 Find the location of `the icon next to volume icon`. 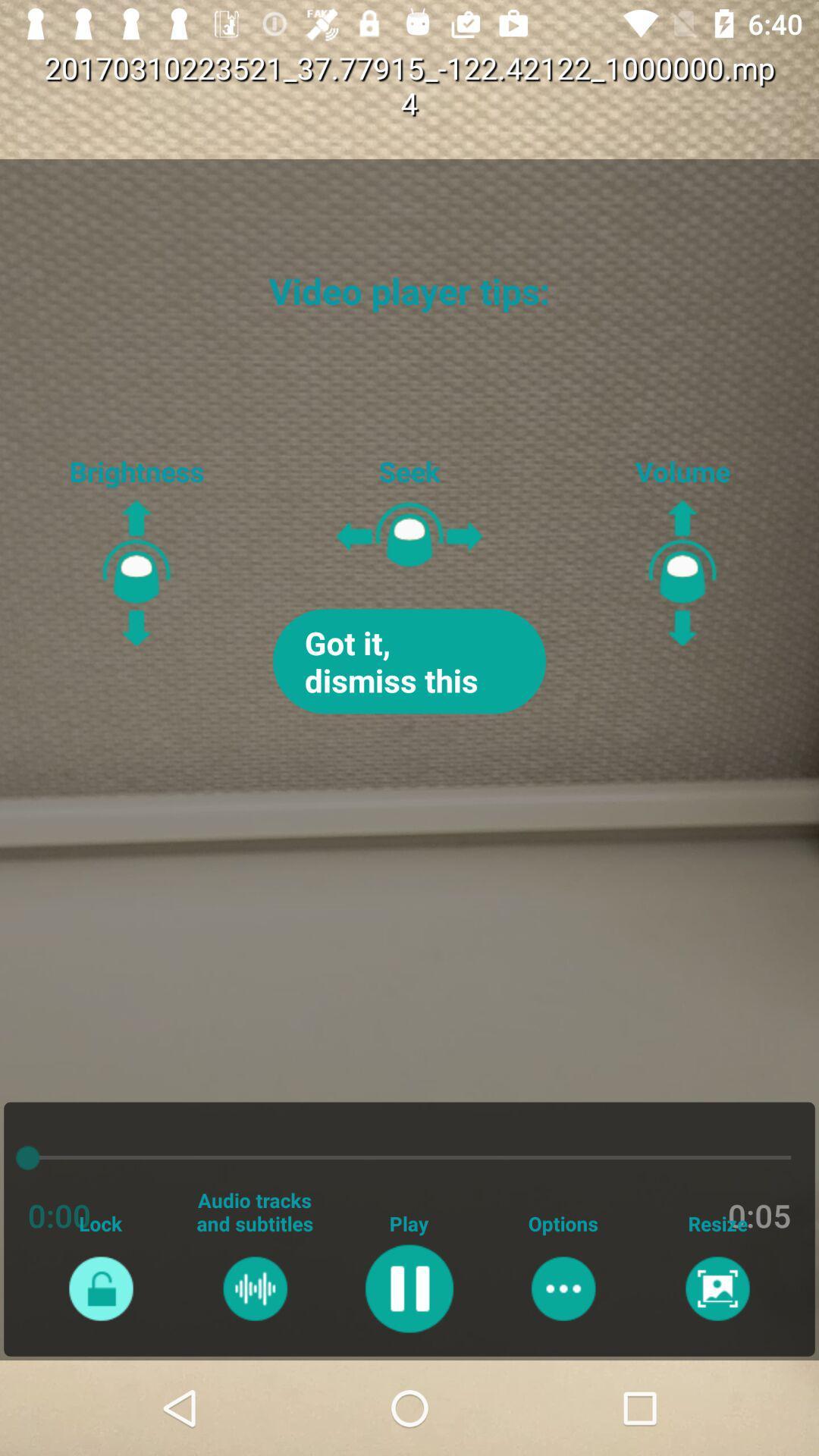

the icon next to volume icon is located at coordinates (409, 661).